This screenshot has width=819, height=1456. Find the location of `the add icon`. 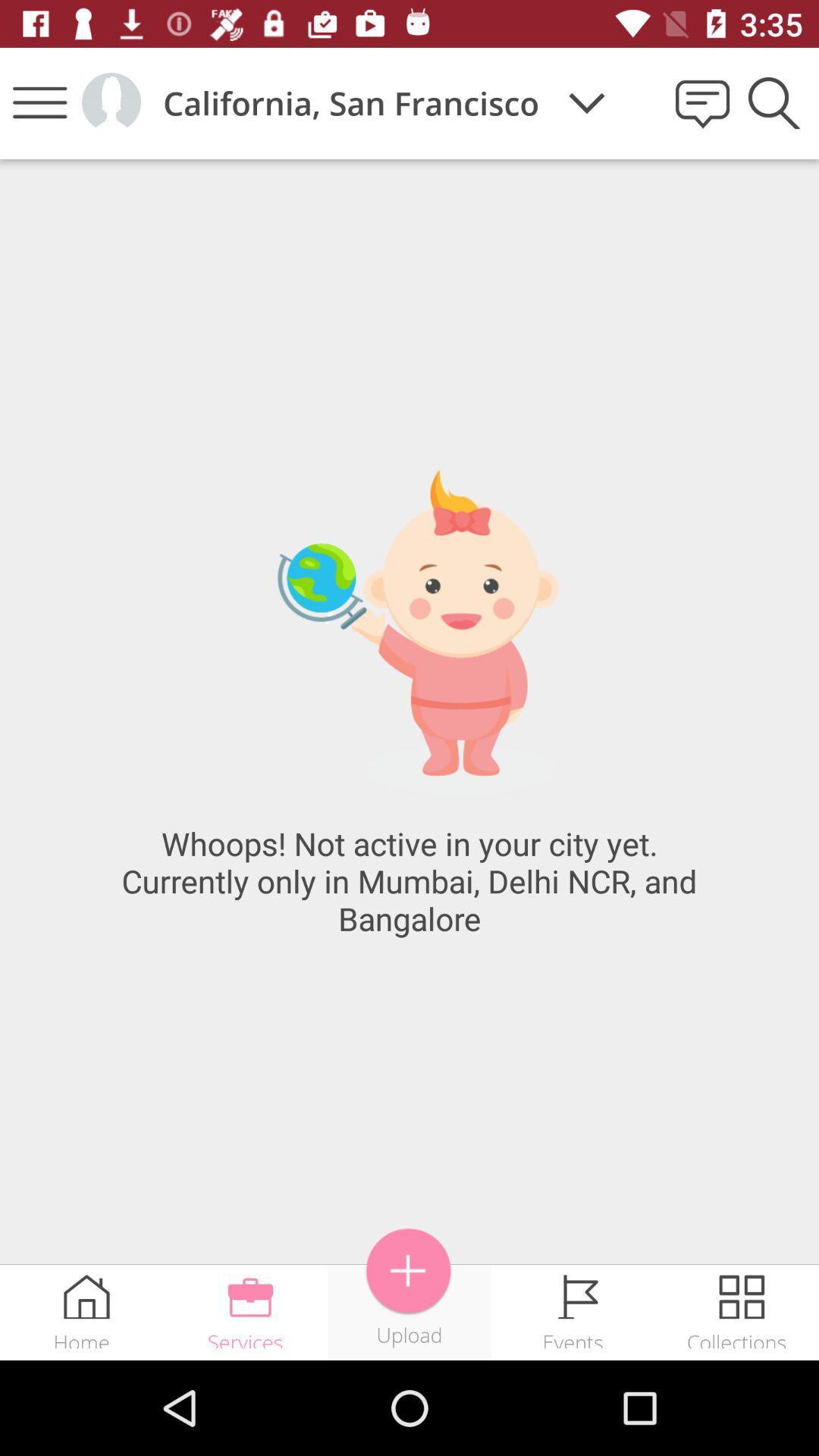

the add icon is located at coordinates (408, 1271).